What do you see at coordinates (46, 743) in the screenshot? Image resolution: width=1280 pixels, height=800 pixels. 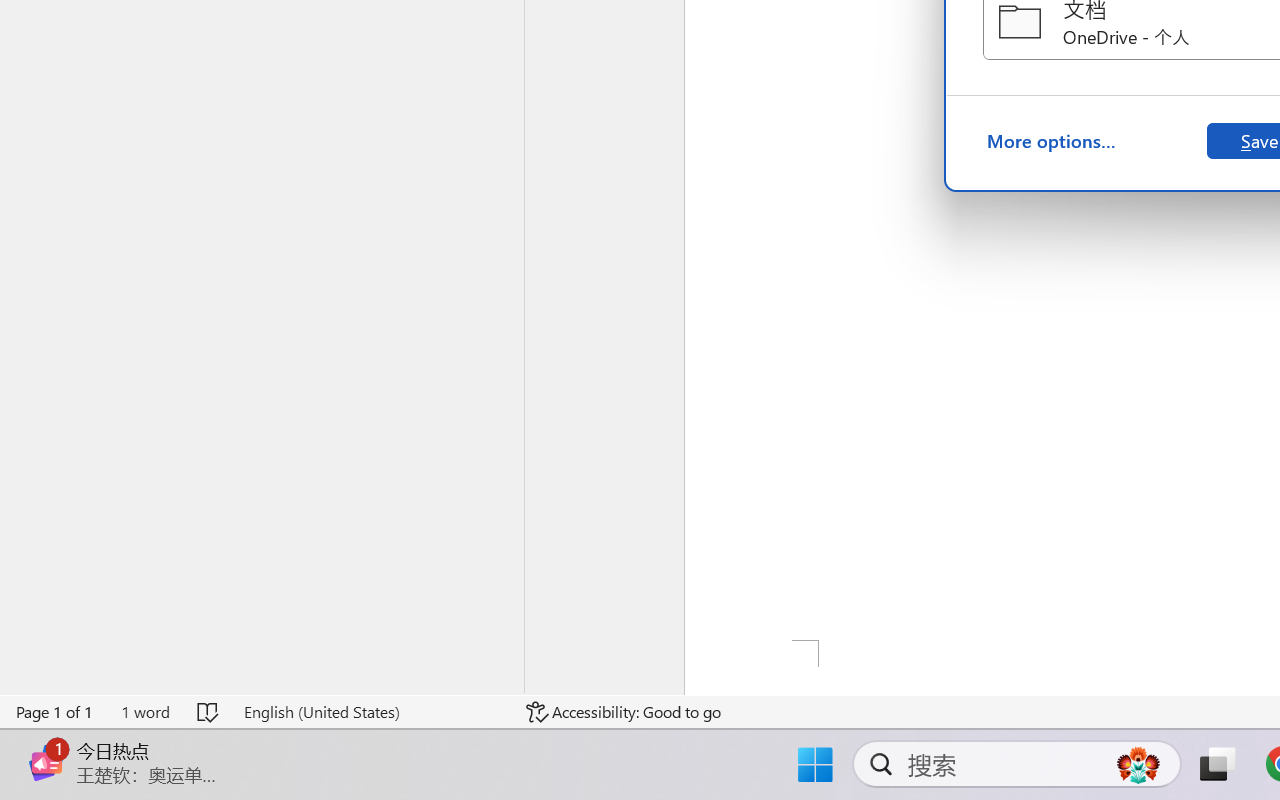 I see `'AutomationID: BadgeAnchorLargeTicker'` at bounding box center [46, 743].